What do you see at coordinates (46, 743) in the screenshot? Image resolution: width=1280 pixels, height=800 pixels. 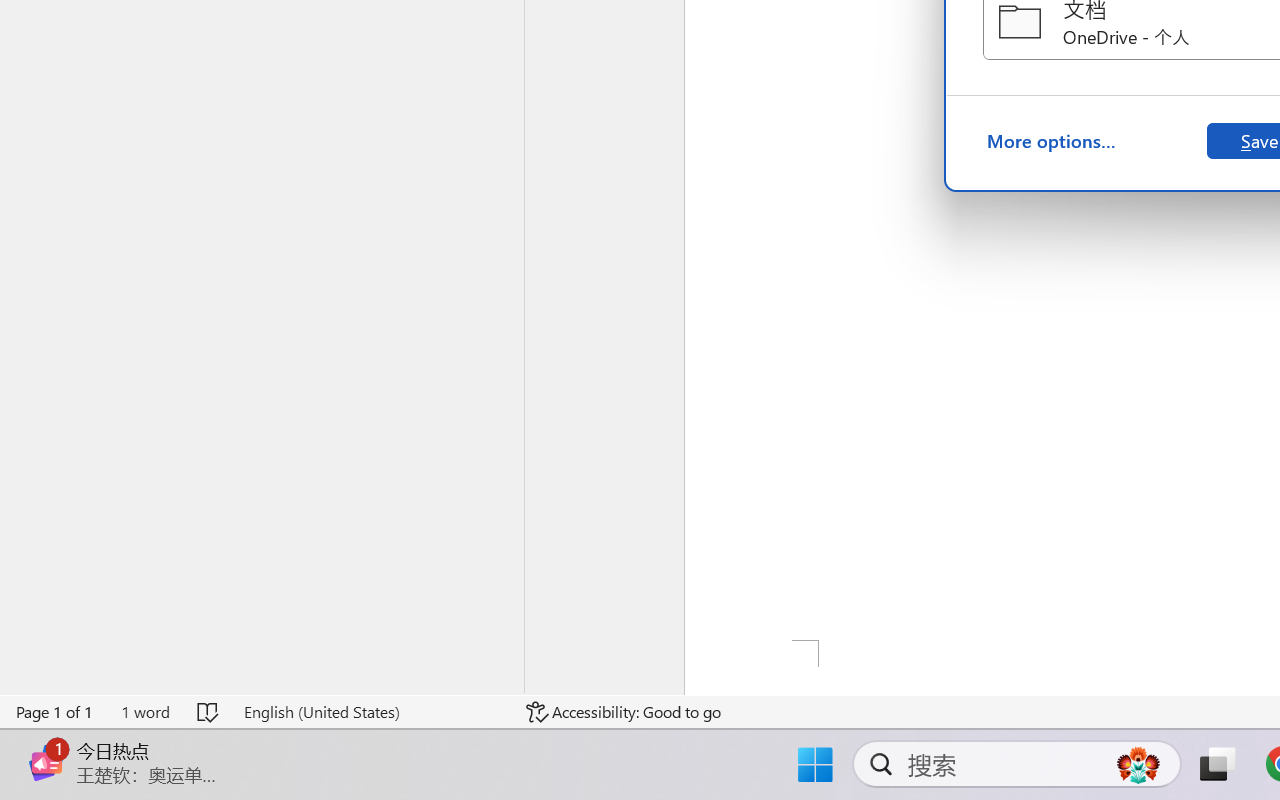 I see `'AutomationID: BadgeAnchorLargeTicker'` at bounding box center [46, 743].